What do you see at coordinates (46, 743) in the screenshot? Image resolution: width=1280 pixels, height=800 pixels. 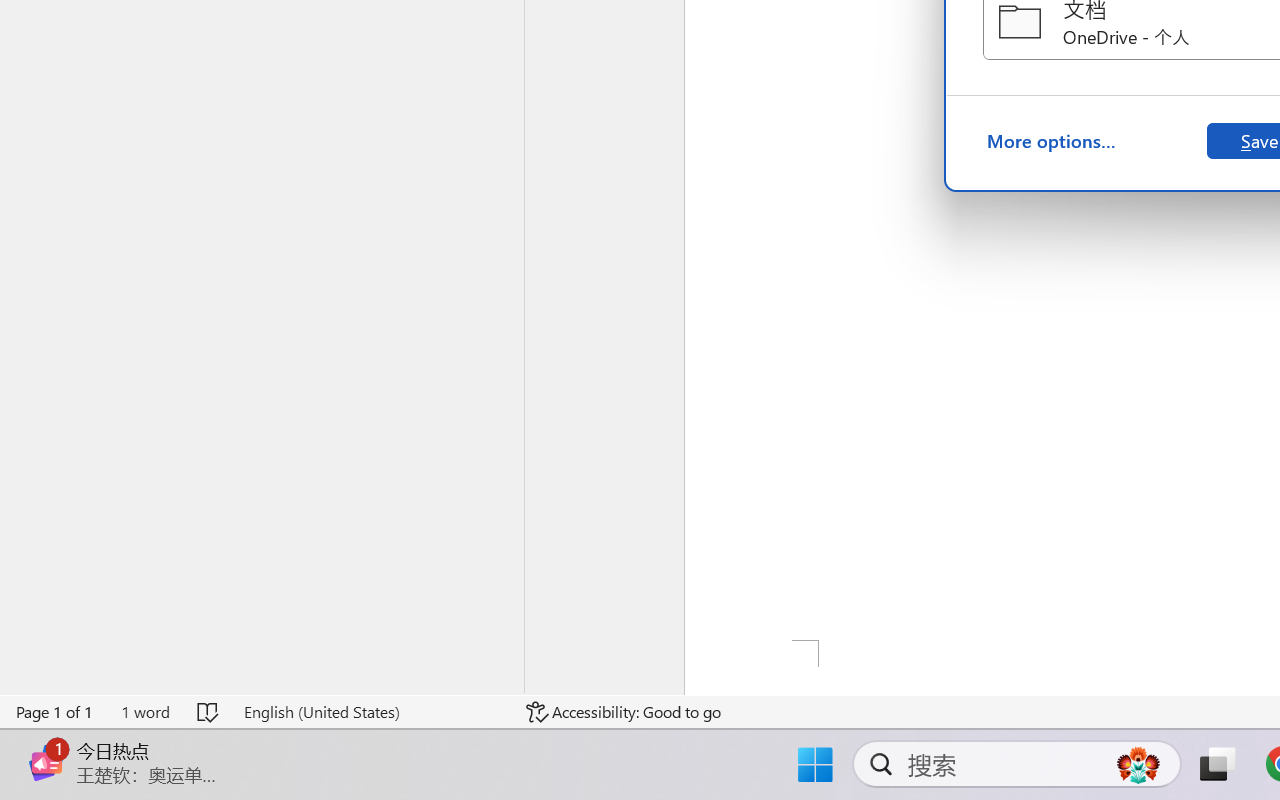 I see `'AutomationID: BadgeAnchorLargeTicker'` at bounding box center [46, 743].